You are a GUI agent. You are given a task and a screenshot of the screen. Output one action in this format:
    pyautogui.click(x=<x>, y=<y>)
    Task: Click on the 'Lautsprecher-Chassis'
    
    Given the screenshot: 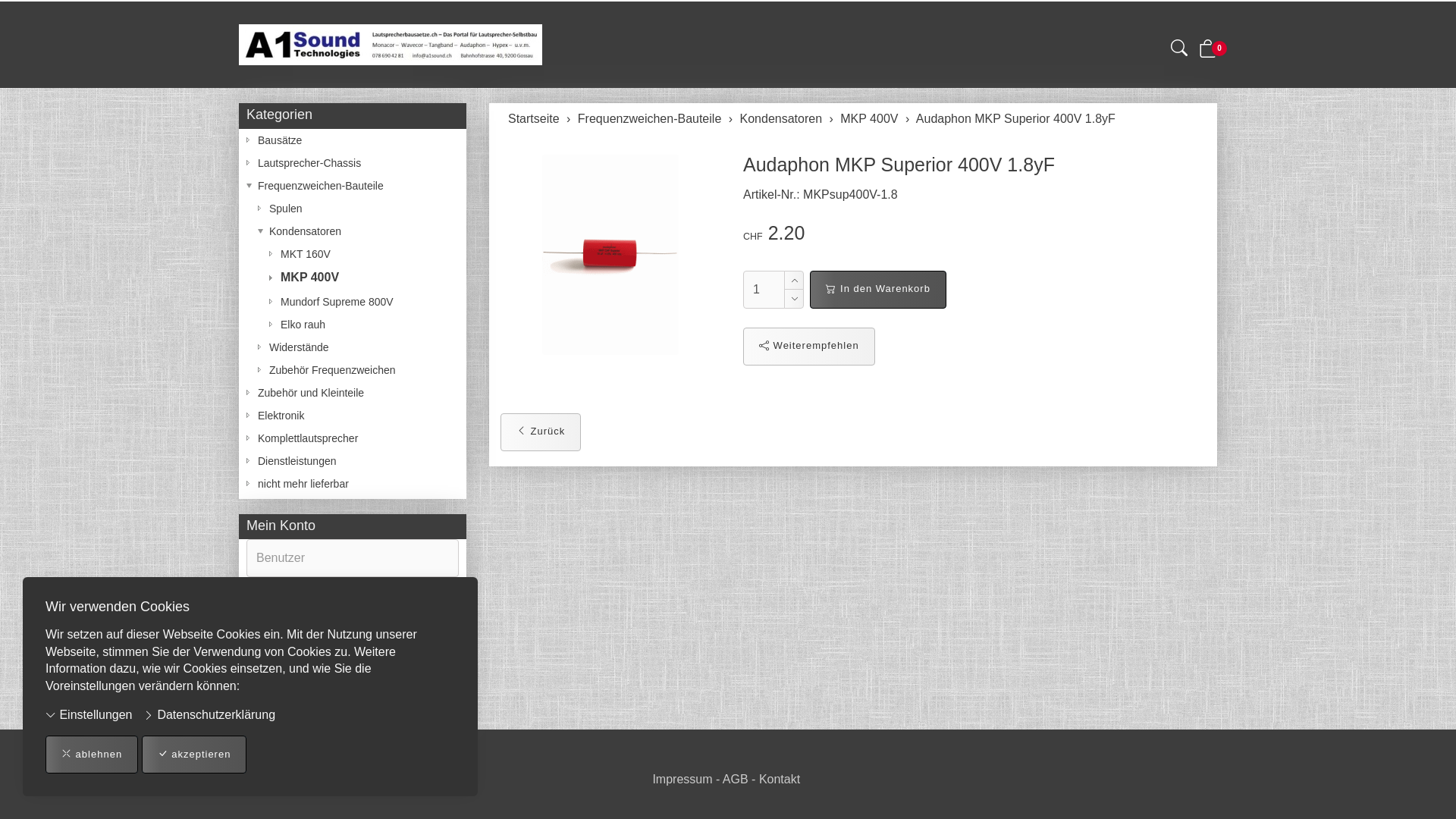 What is the action you would take?
    pyautogui.click(x=246, y=163)
    